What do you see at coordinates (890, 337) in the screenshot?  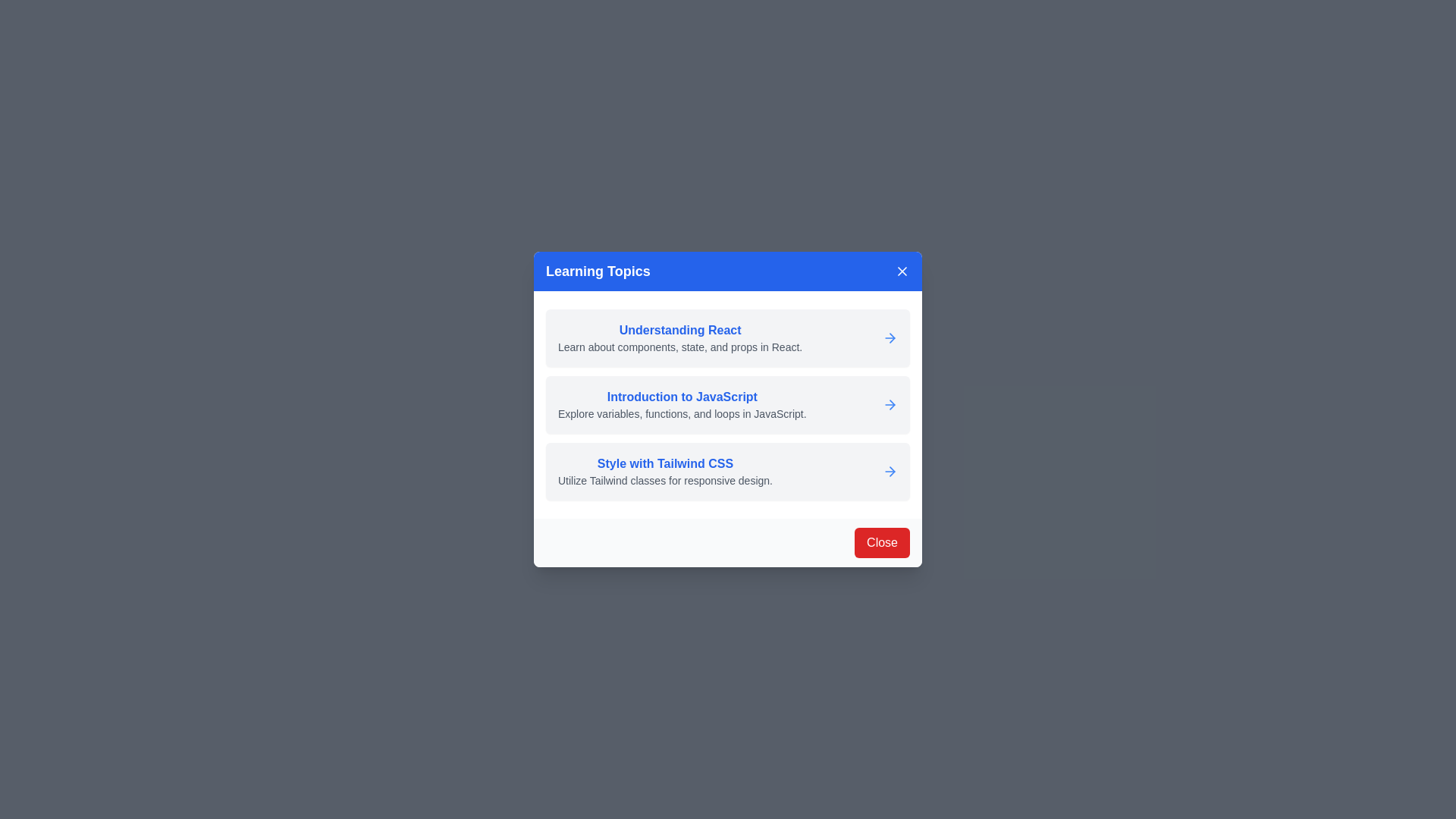 I see `the arrow icon located at the far right of the card titled 'Understanding React'` at bounding box center [890, 337].